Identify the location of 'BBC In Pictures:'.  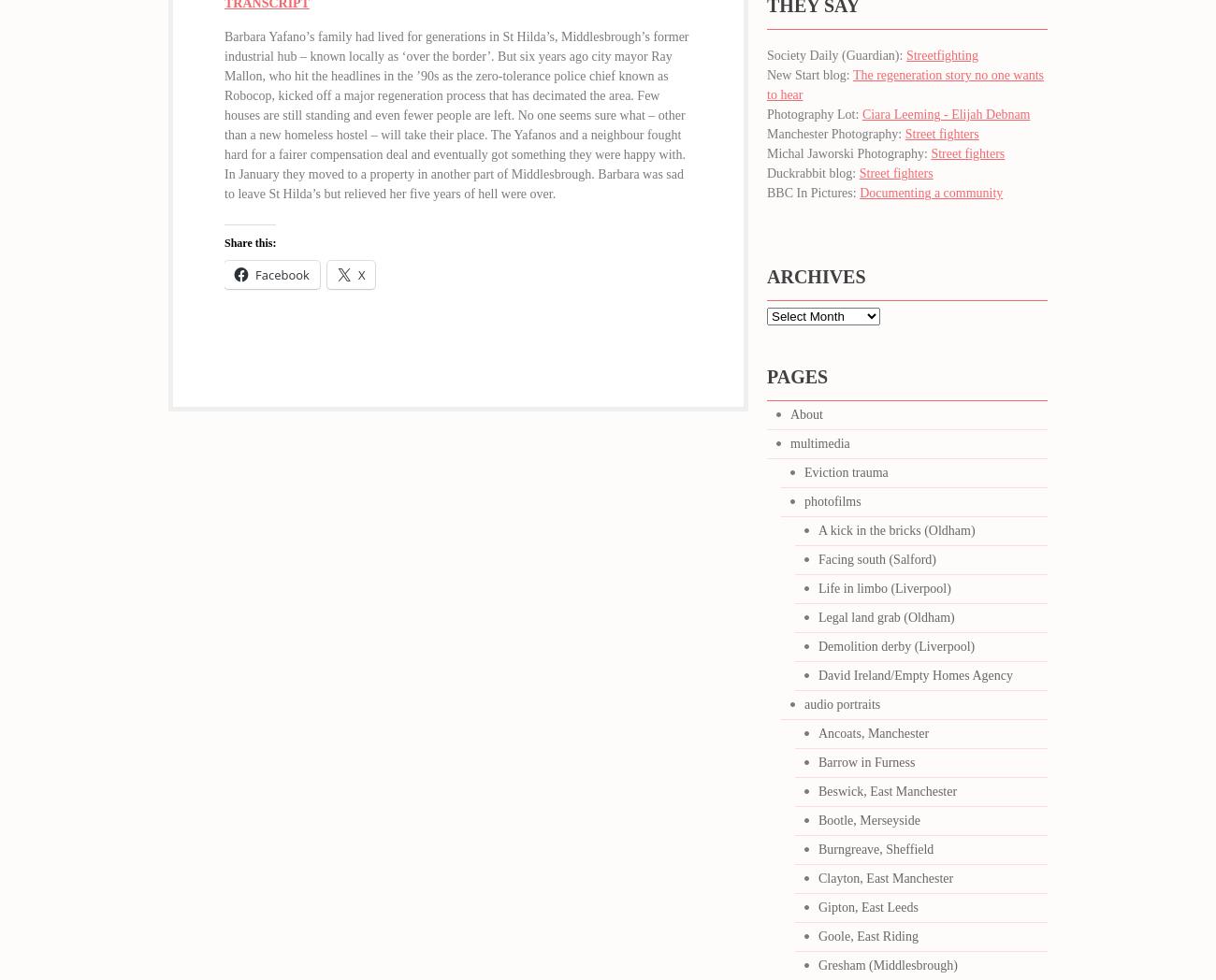
(812, 192).